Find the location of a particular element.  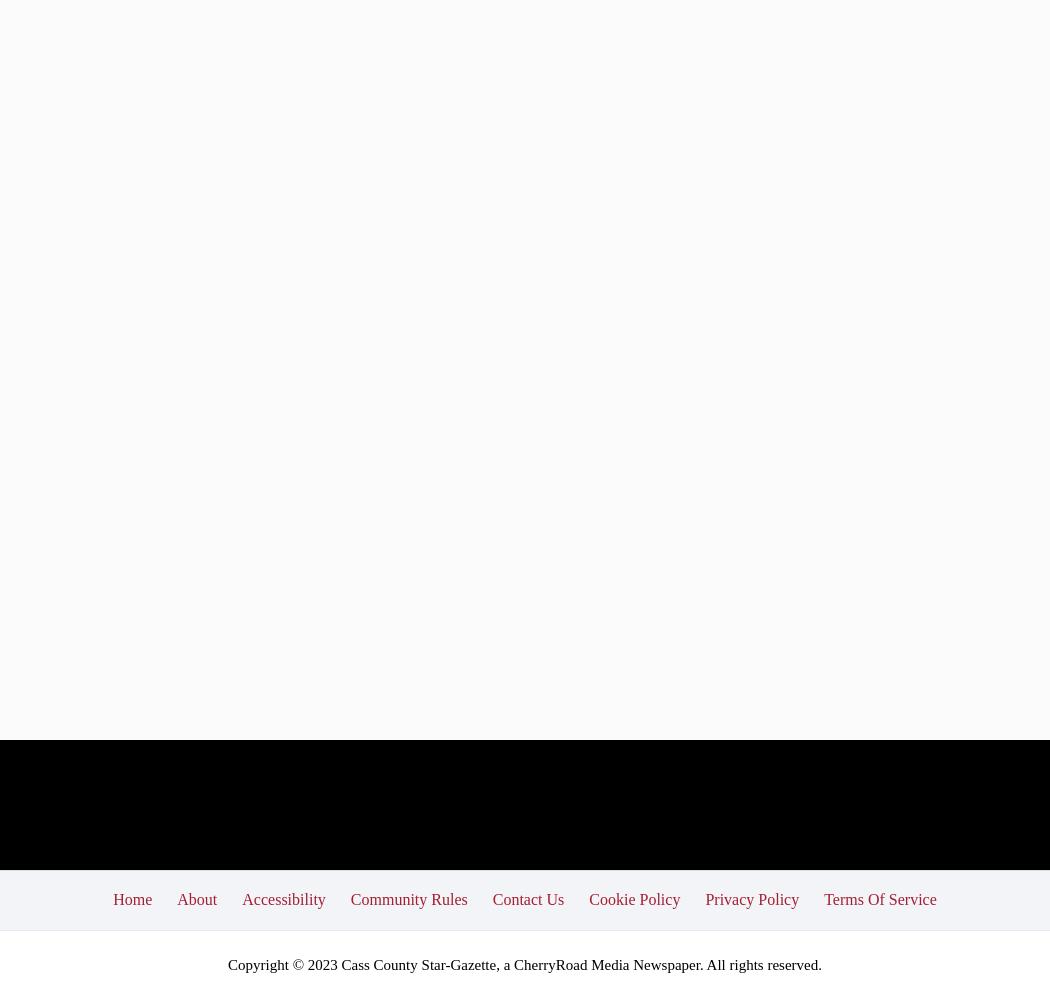

'Contact Us' is located at coordinates (528, 898).